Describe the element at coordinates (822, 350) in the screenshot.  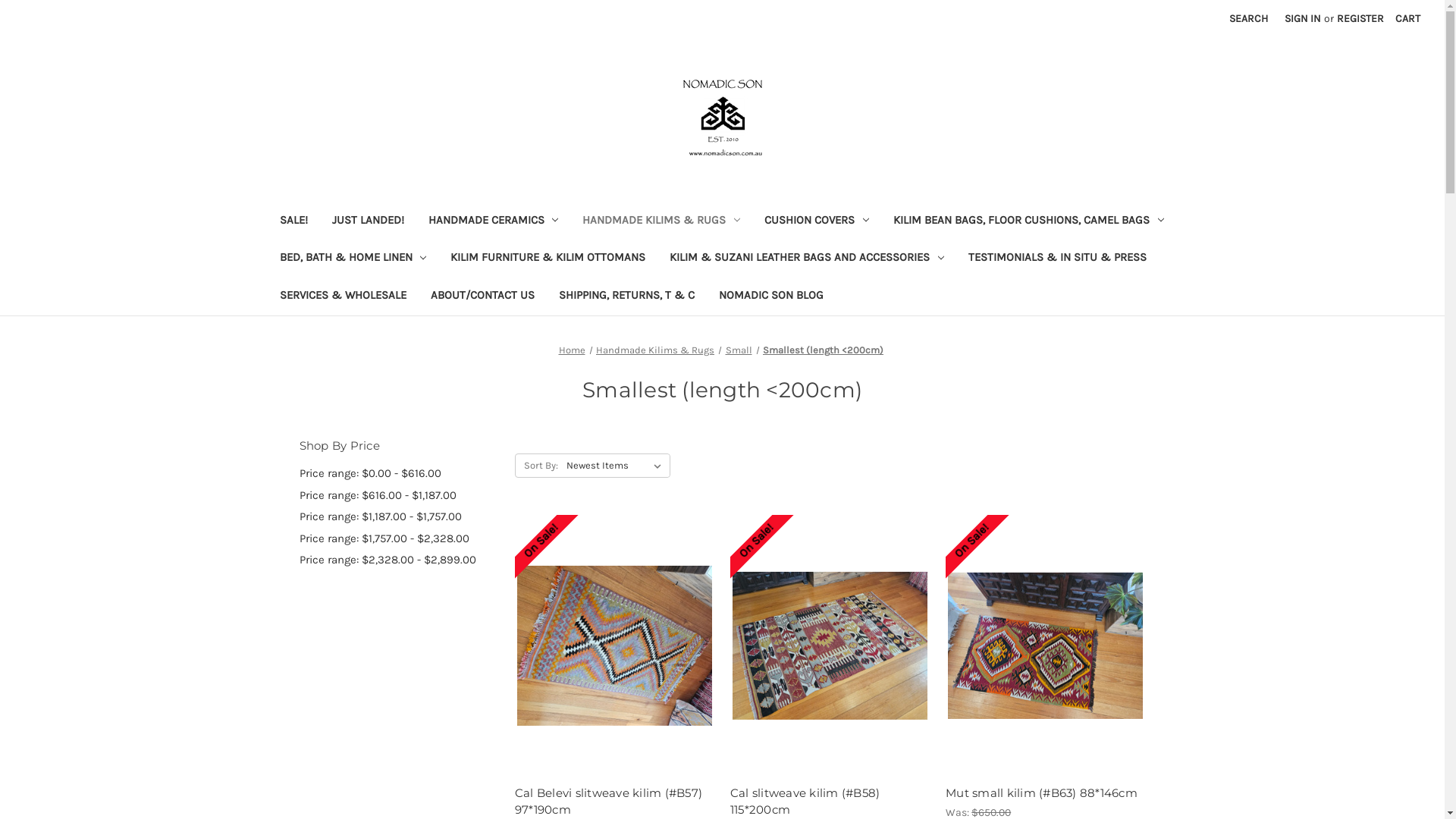
I see `'Smallest (length <200cm)'` at that location.